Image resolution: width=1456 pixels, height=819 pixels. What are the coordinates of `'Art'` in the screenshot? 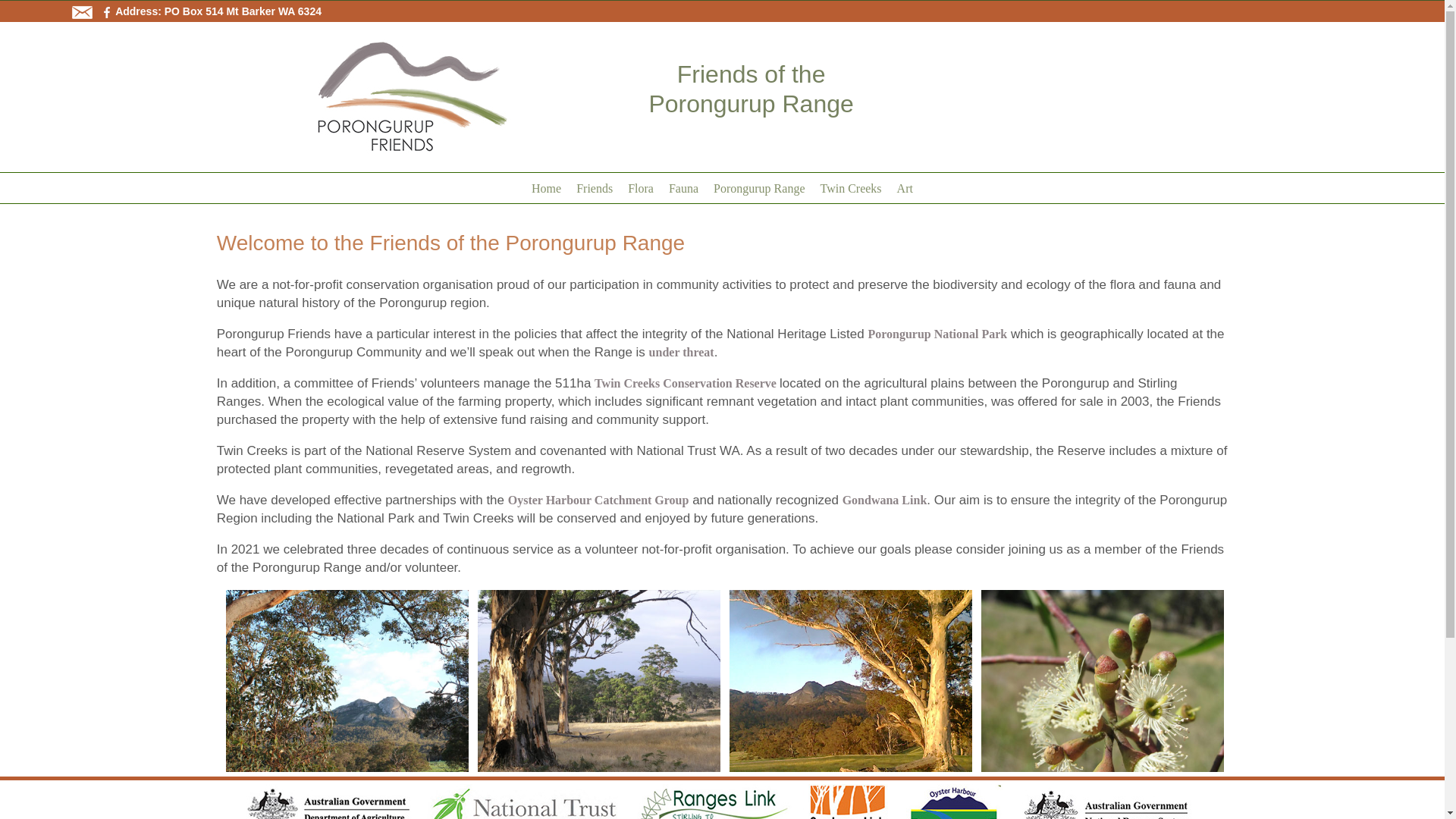 It's located at (889, 186).